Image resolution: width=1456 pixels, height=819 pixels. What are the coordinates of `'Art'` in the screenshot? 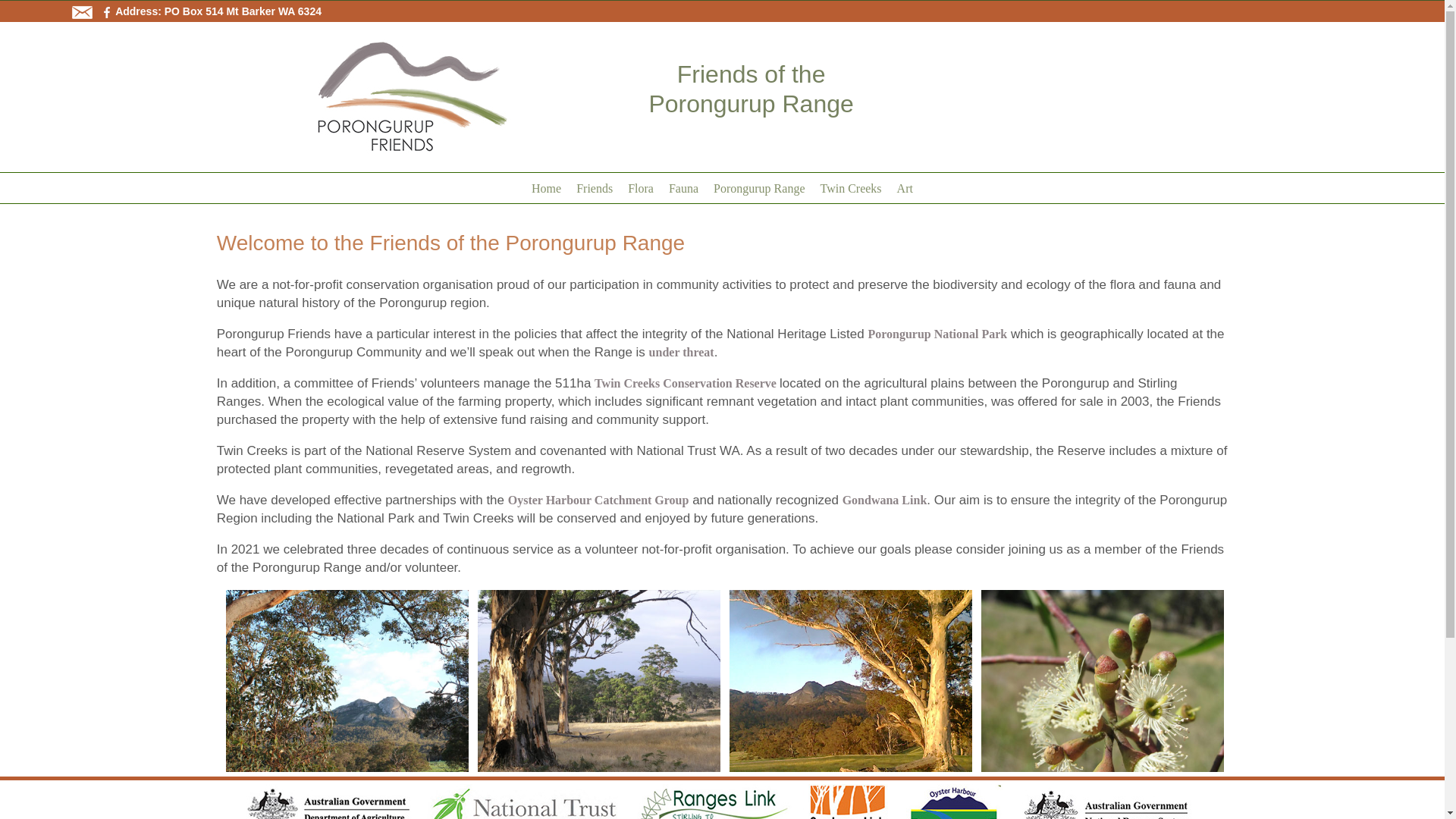 It's located at (889, 186).